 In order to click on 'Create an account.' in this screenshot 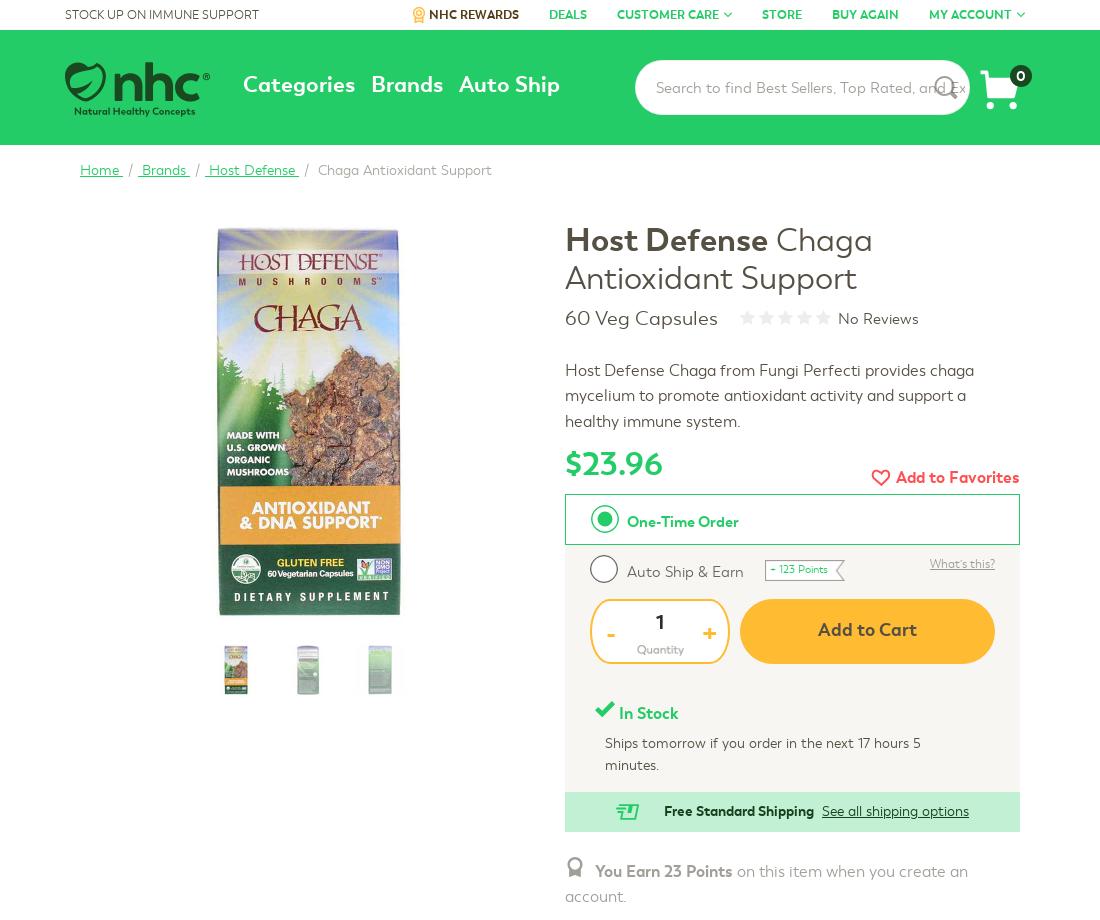, I will do `click(924, 166)`.